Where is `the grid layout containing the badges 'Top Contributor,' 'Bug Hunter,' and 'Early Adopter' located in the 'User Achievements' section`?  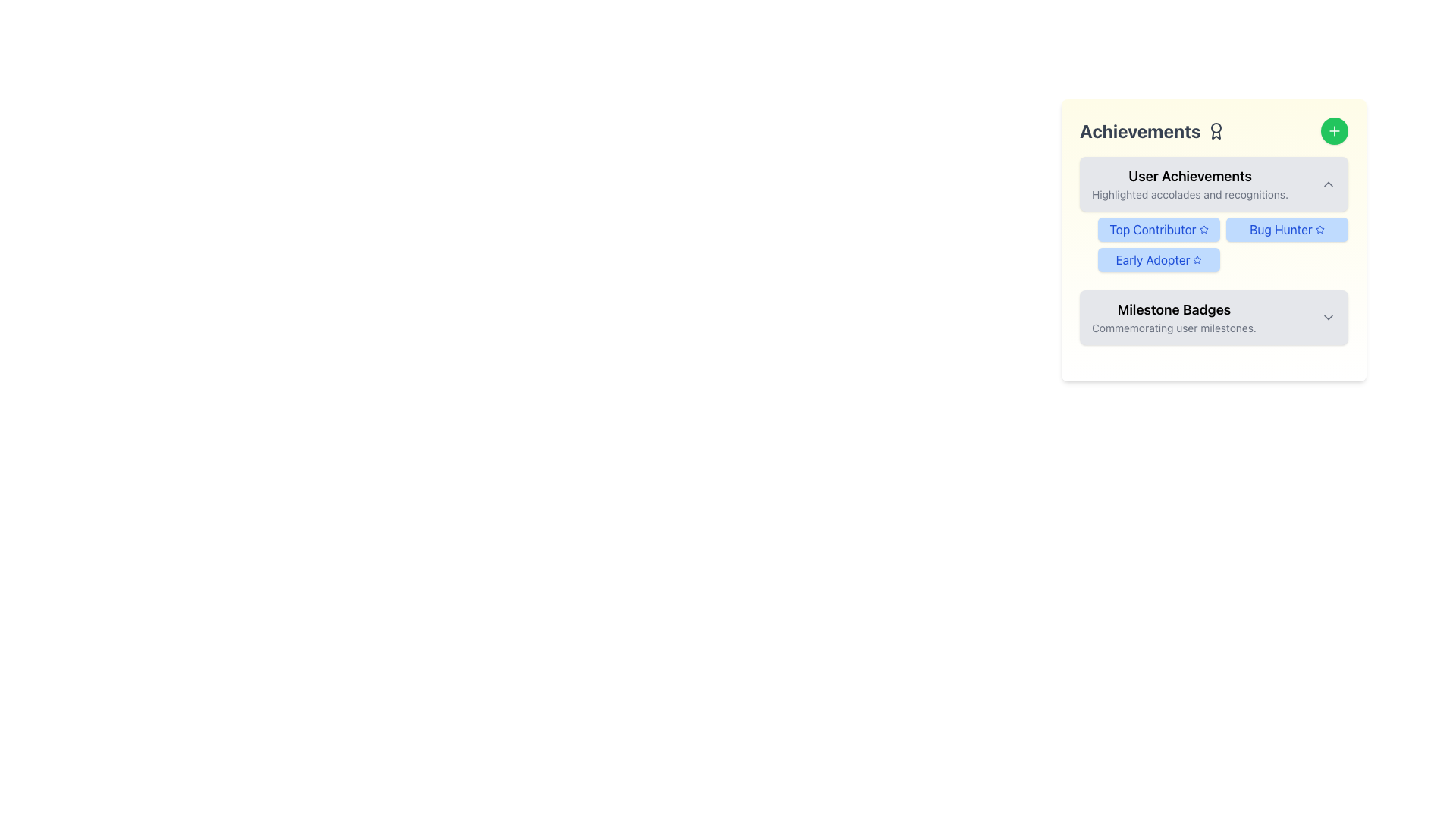 the grid layout containing the badges 'Top Contributor,' 'Bug Hunter,' and 'Early Adopter' located in the 'User Achievements' section is located at coordinates (1222, 244).